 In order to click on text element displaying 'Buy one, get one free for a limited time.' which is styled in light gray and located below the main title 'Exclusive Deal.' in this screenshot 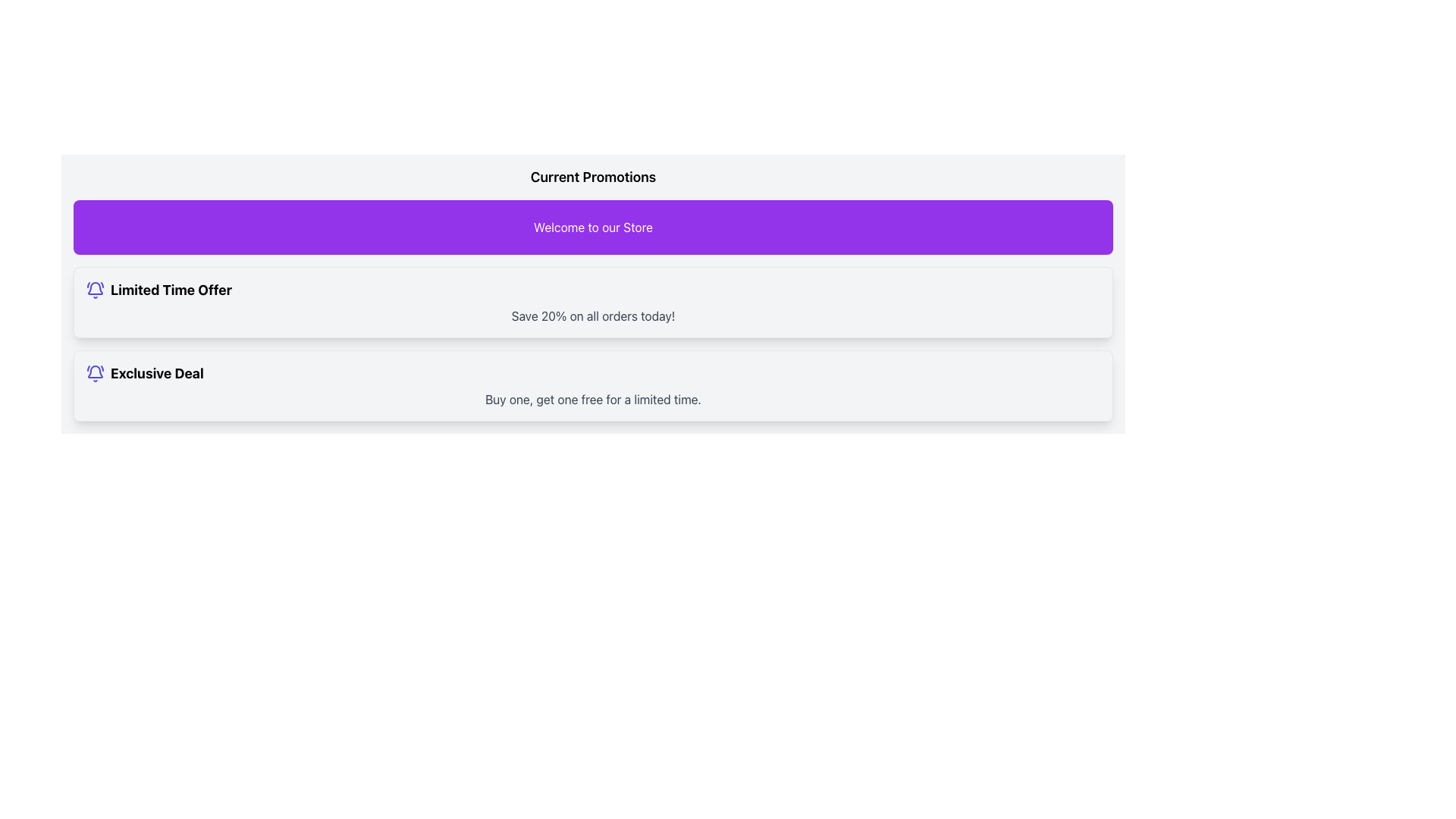, I will do `click(592, 399)`.